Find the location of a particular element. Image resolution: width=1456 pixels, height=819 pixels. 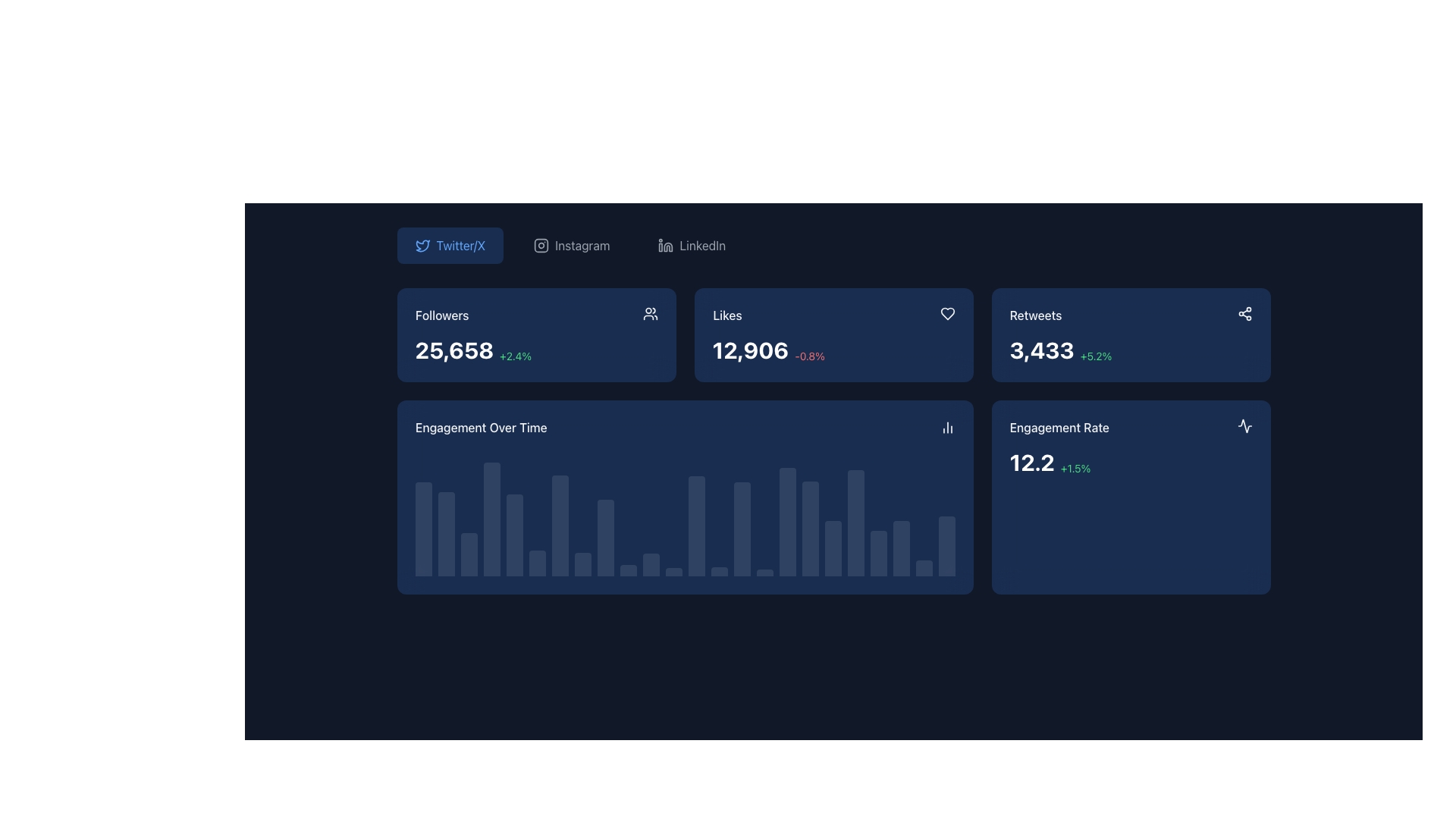

the 'LinkedIn' text label in the navigation menu is located at coordinates (701, 245).